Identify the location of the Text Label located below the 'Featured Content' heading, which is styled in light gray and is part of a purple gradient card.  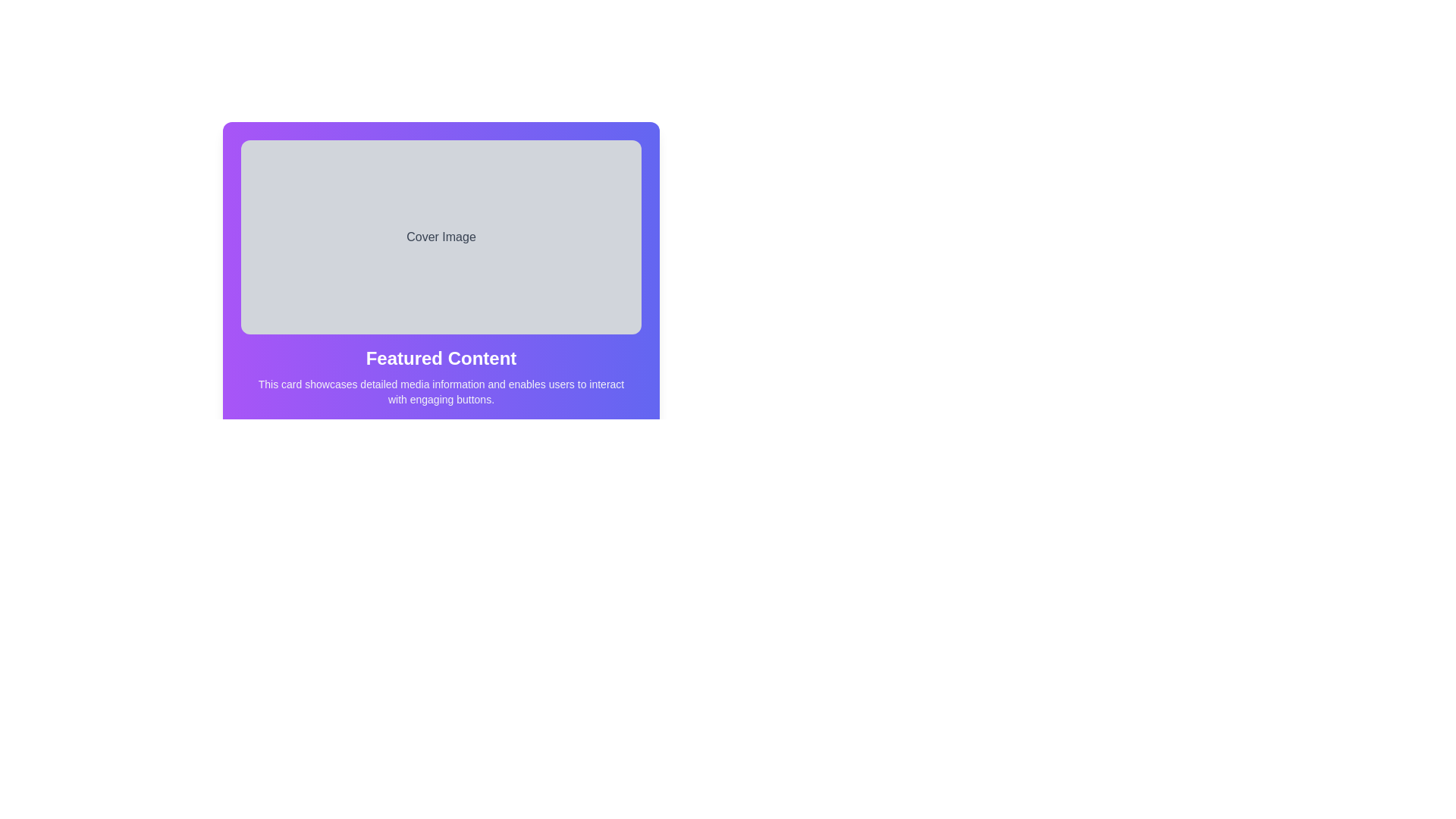
(440, 391).